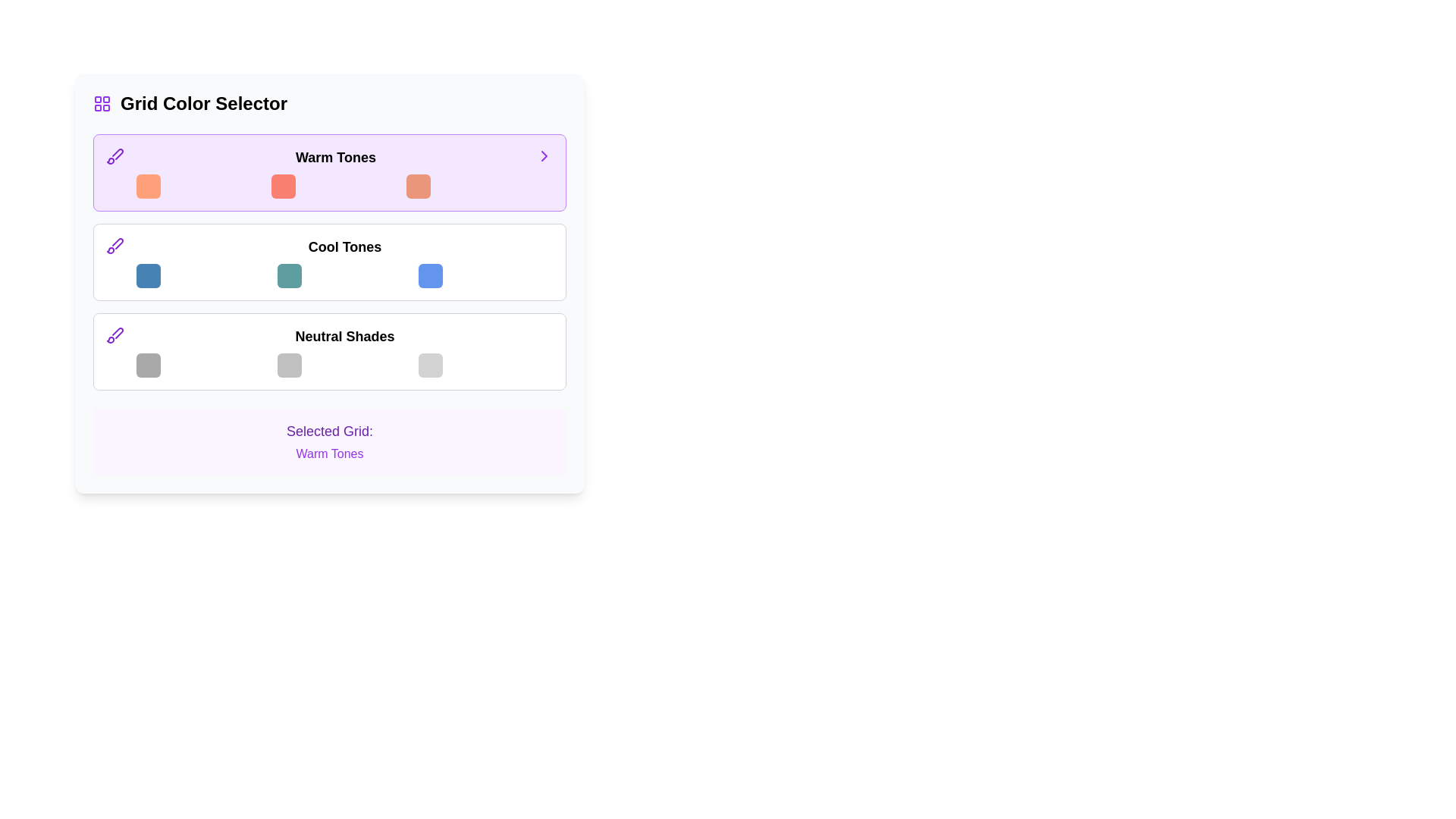 The image size is (1456, 819). What do you see at coordinates (149, 186) in the screenshot?
I see `the small, square-shaped light coral button` at bounding box center [149, 186].